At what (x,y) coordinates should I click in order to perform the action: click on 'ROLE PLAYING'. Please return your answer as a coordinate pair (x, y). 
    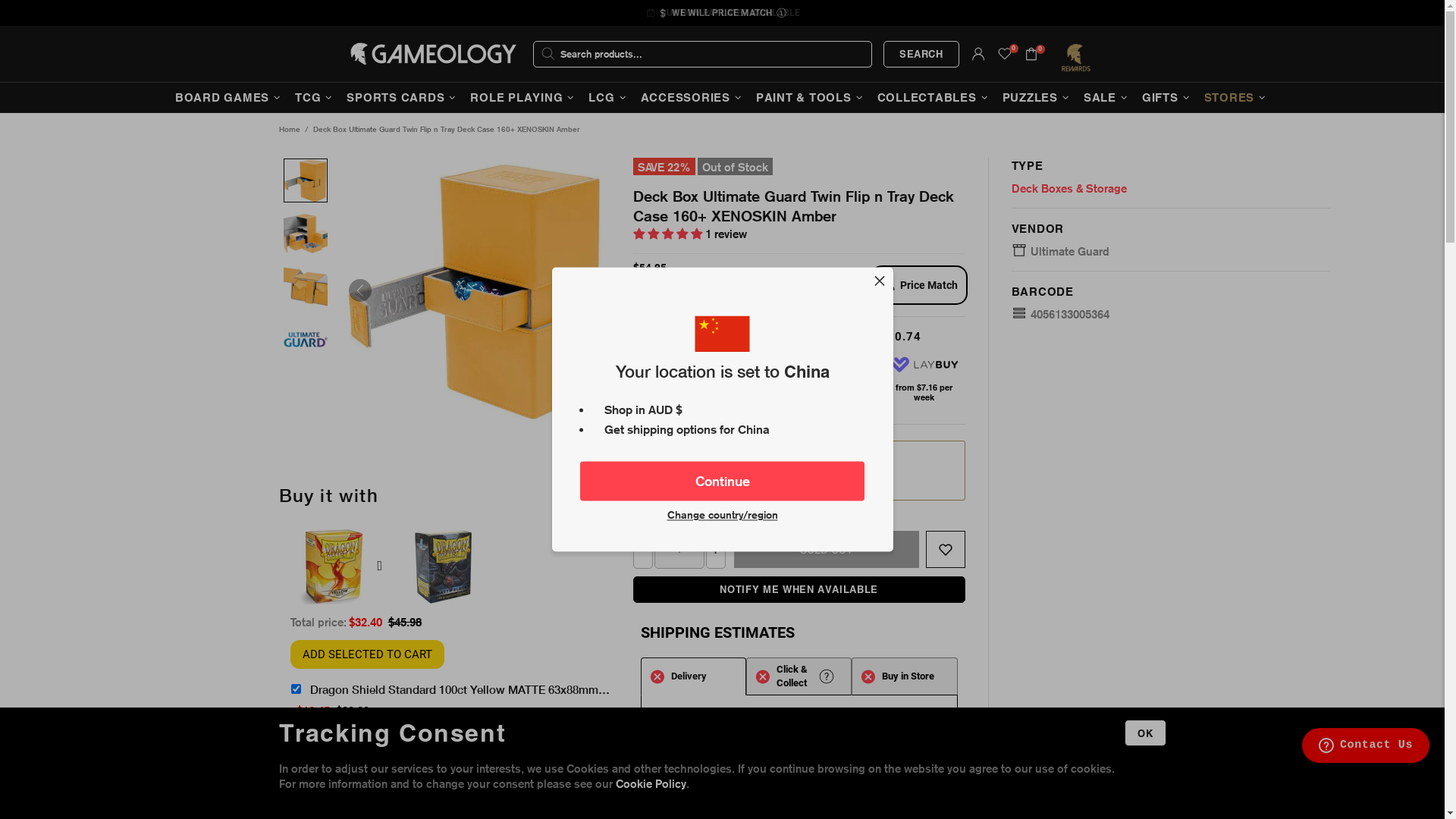
    Looking at the image, I should click on (524, 97).